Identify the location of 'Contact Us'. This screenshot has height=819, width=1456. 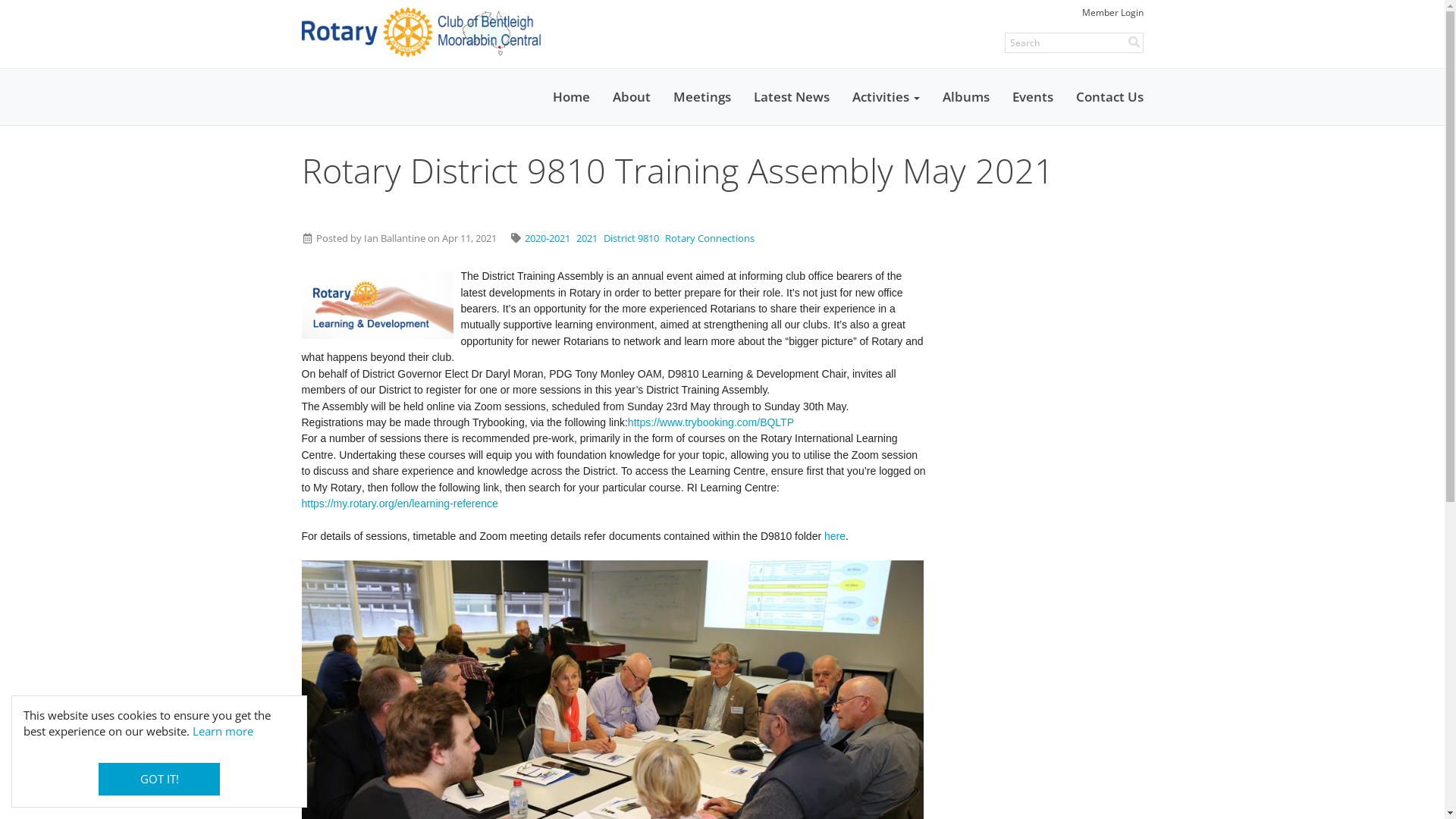
(1109, 96).